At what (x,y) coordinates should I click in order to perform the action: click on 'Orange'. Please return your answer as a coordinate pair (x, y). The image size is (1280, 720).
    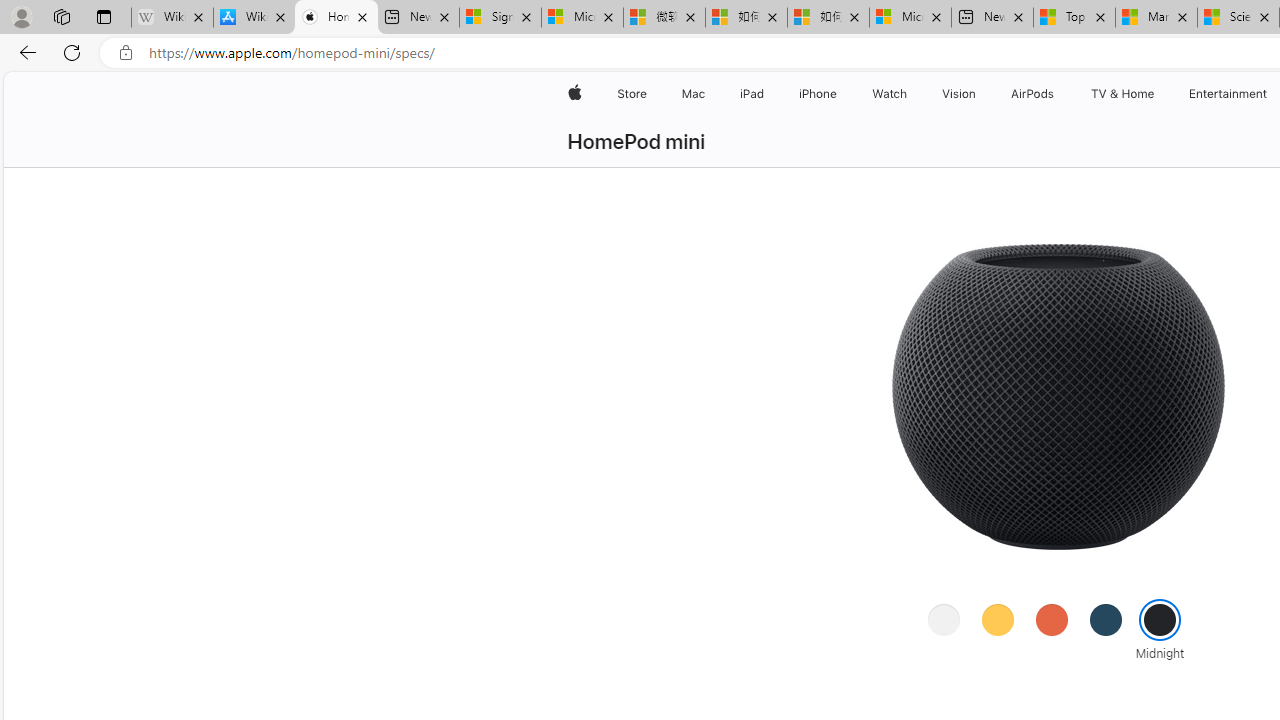
    Looking at the image, I should click on (1050, 618).